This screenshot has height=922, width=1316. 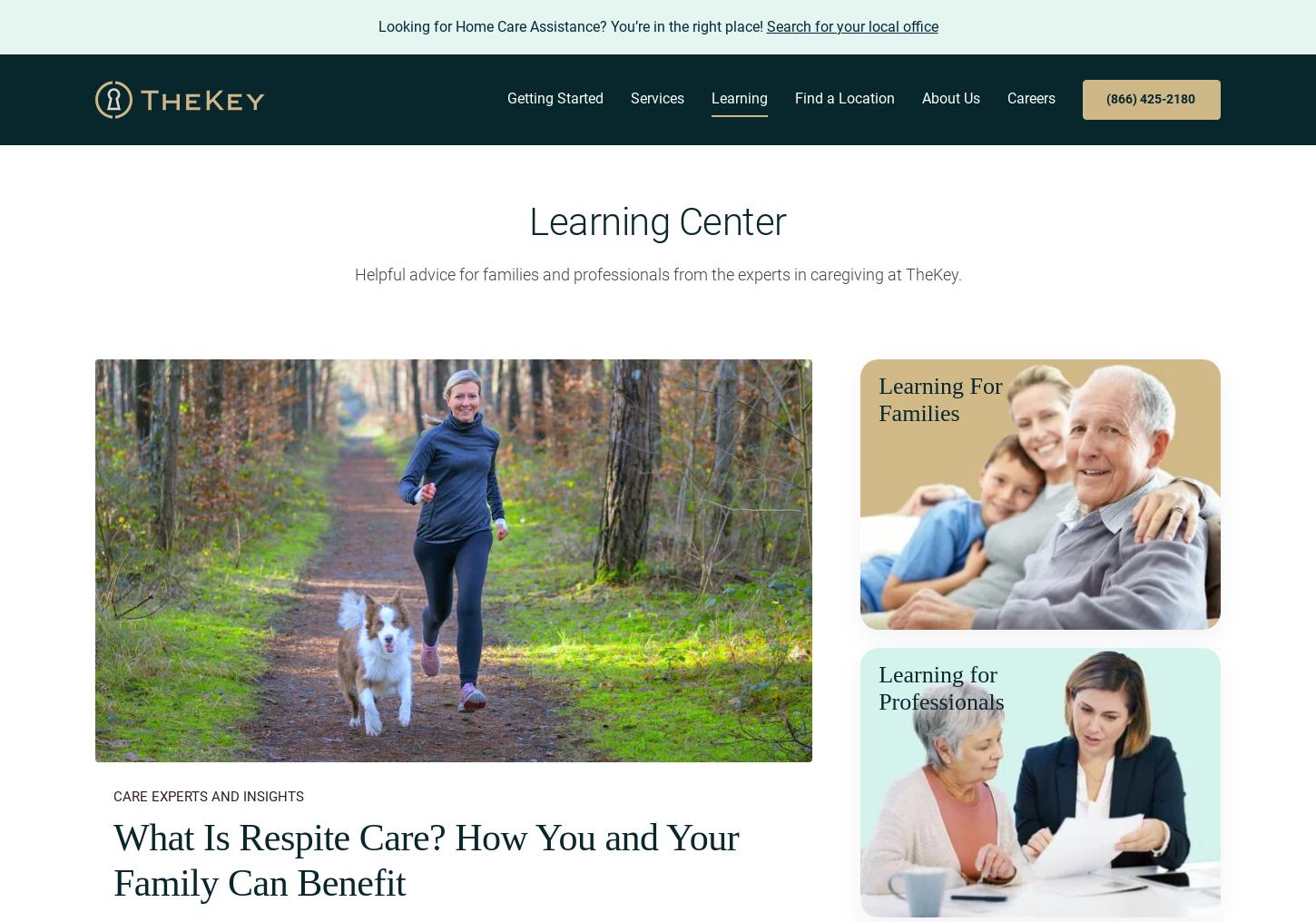 What do you see at coordinates (571, 25) in the screenshot?
I see `'Looking for Home Care Assistance? You’re in the right place!'` at bounding box center [571, 25].